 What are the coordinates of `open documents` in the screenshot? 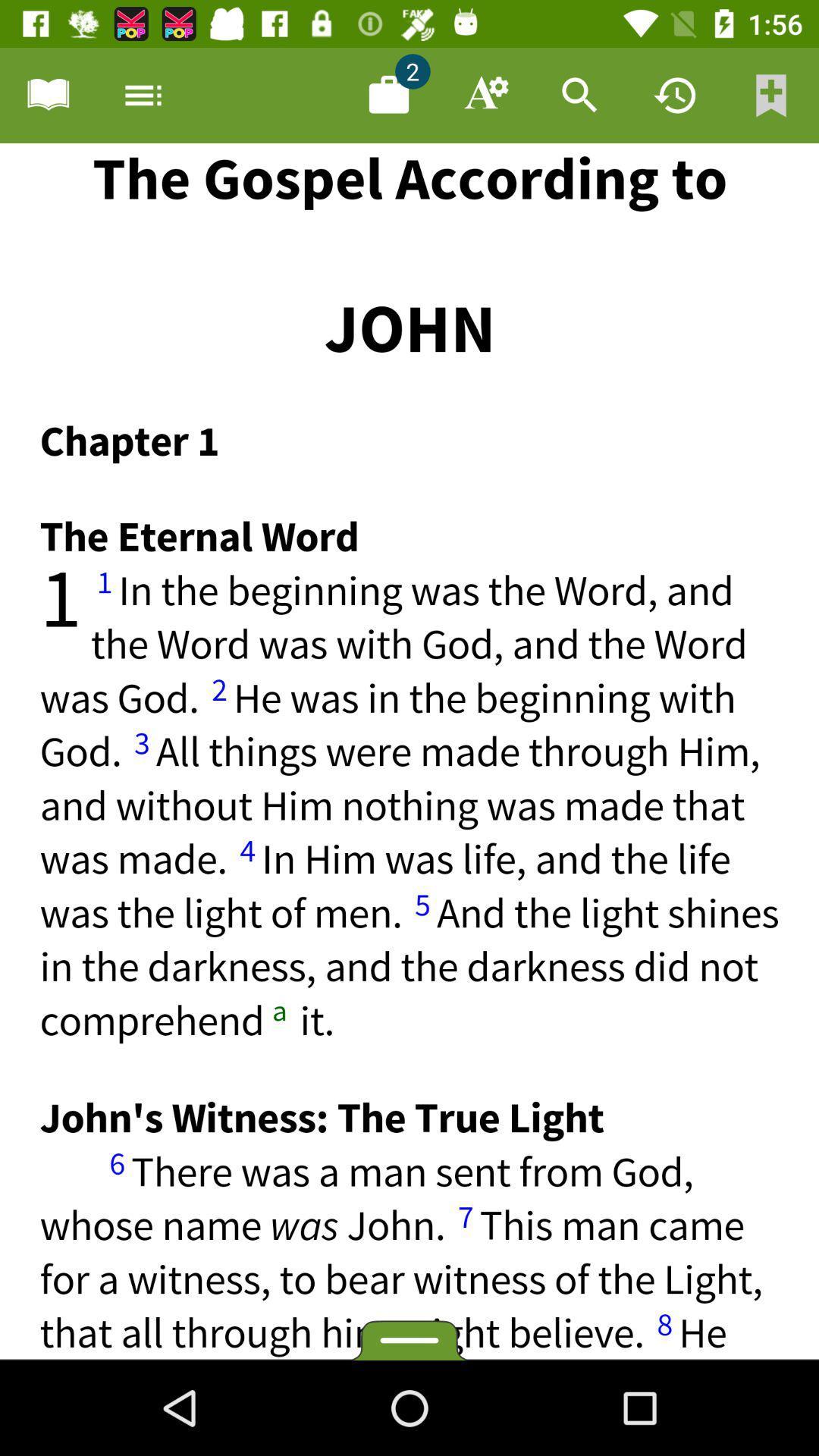 It's located at (388, 94).